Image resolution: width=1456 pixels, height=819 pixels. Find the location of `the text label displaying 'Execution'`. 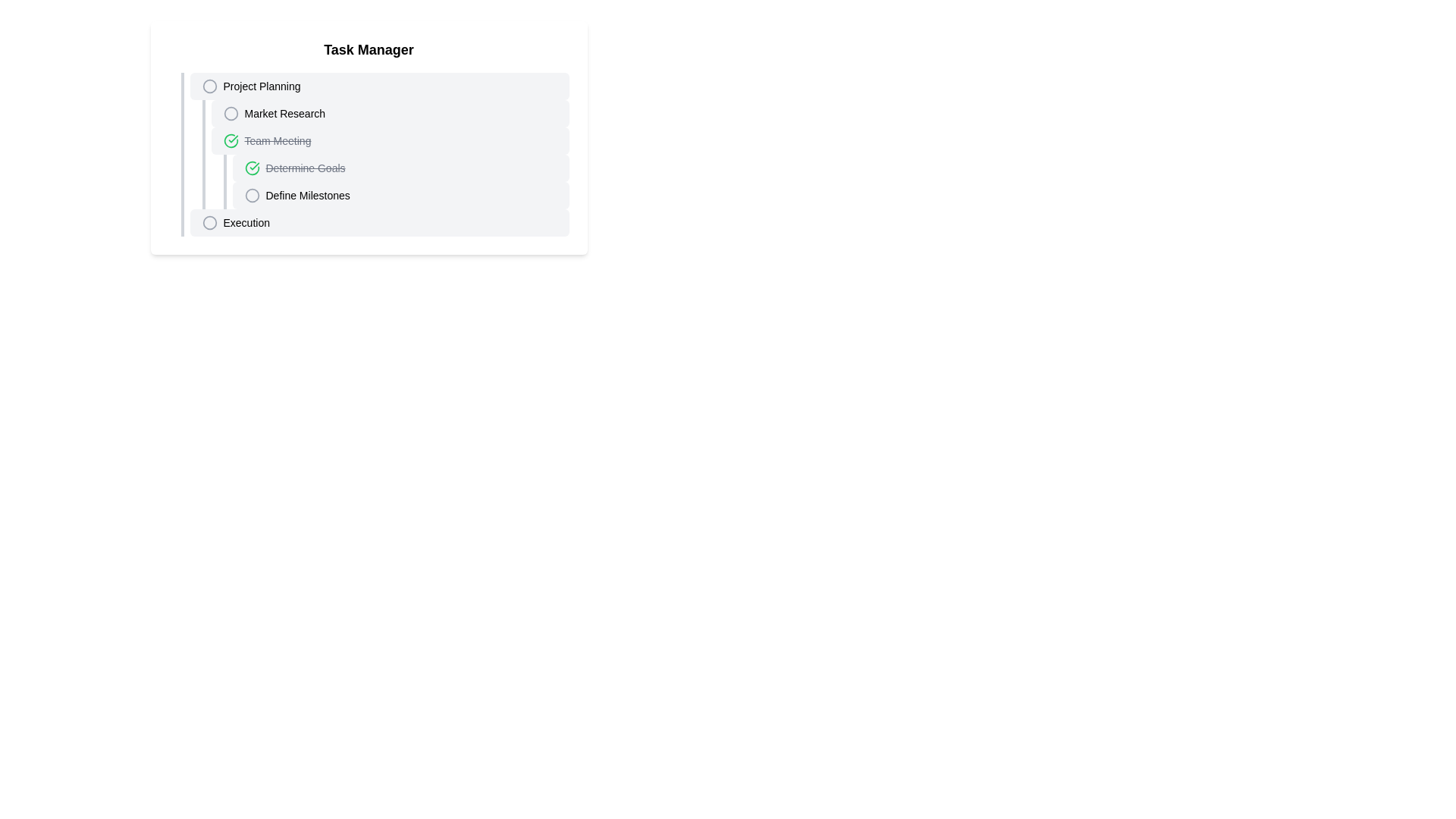

the text label displaying 'Execution' is located at coordinates (246, 222).